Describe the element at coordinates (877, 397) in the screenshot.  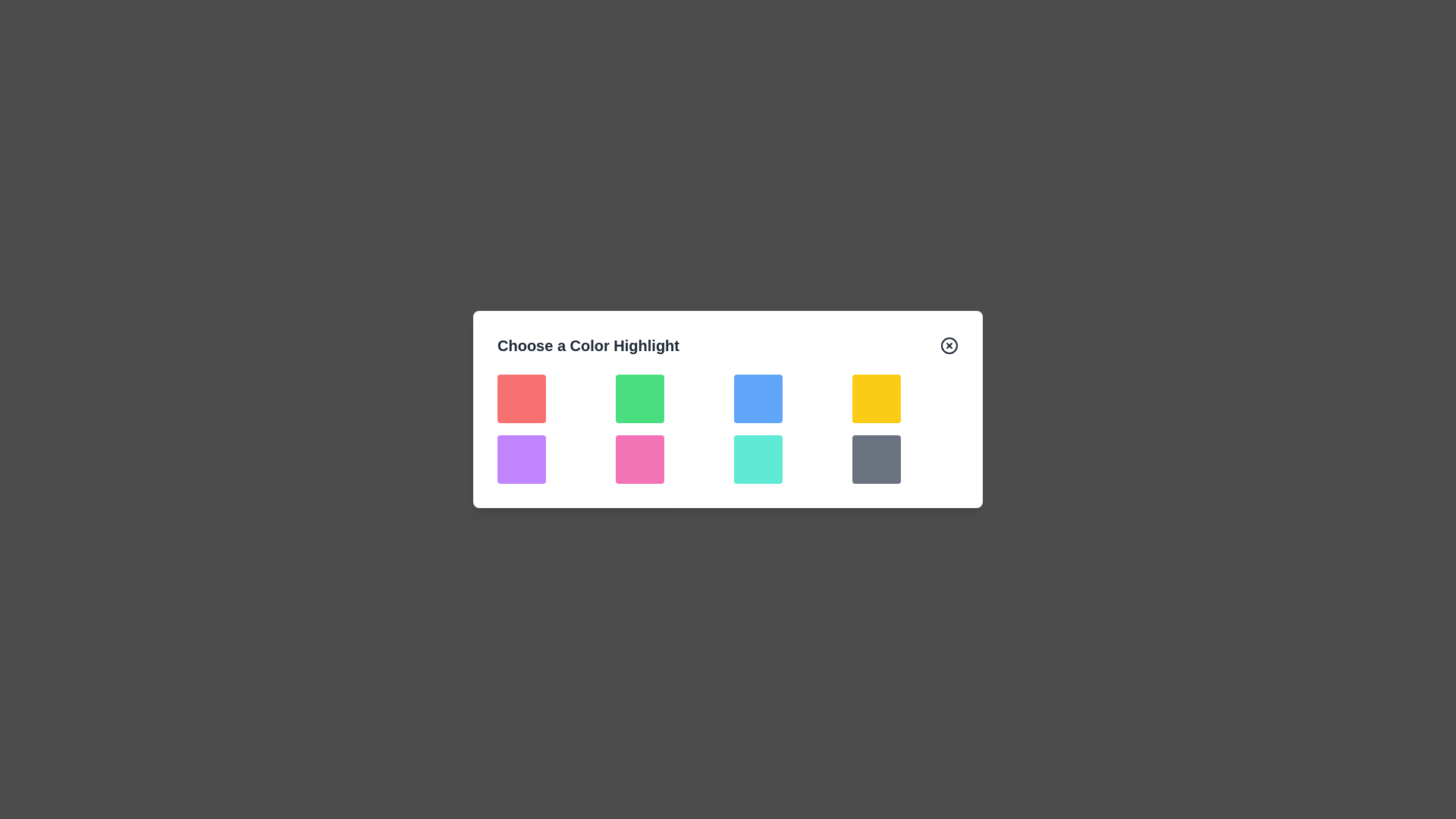
I see `the color block corresponding to yellow` at that location.